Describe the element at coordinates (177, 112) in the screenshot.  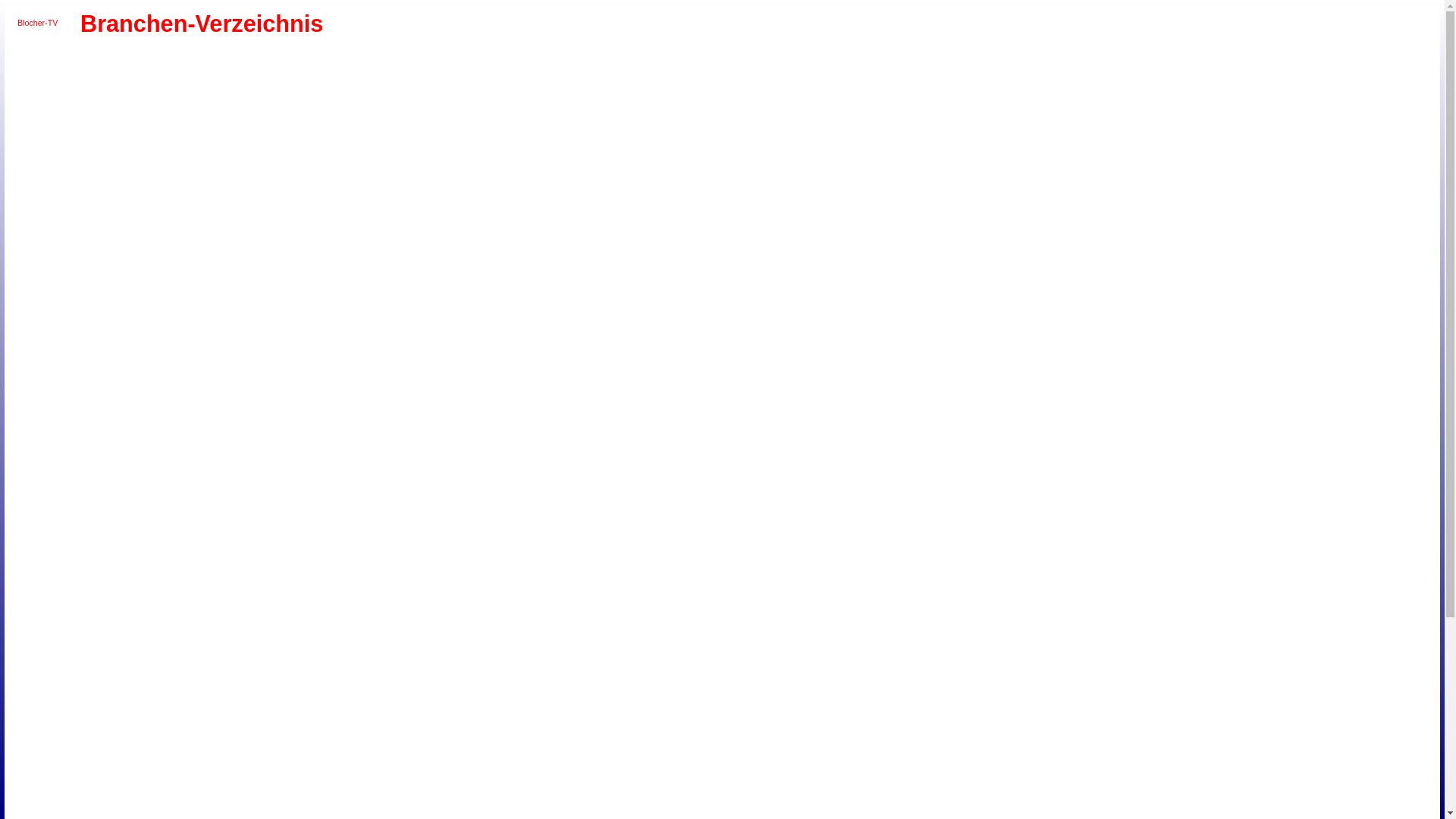
I see `'Du Nord  Bern Restaurant '` at that location.